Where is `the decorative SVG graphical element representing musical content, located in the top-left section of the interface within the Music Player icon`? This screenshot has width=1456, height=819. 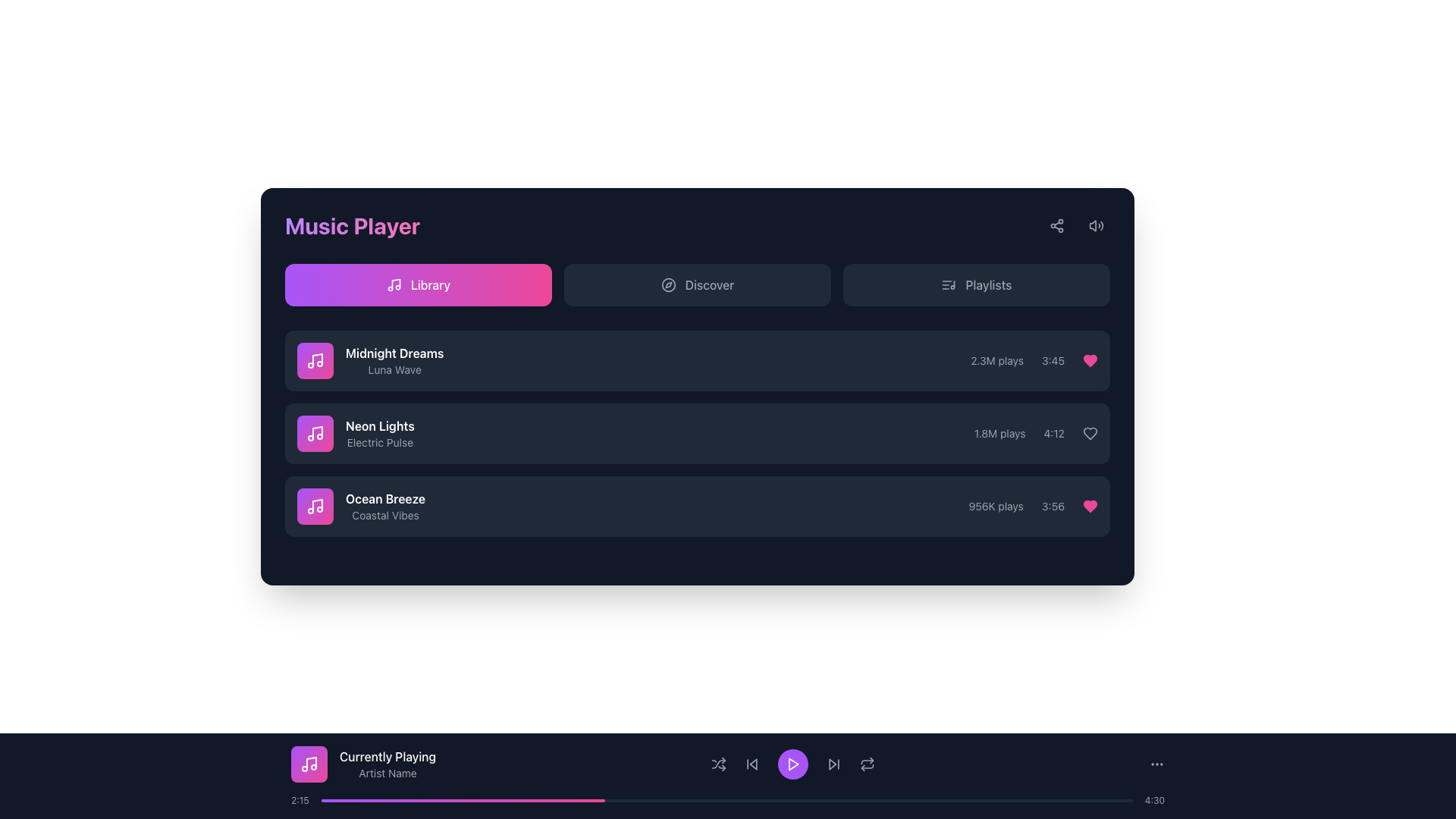 the decorative SVG graphical element representing musical content, located in the top-left section of the interface within the Music Player icon is located at coordinates (316, 505).